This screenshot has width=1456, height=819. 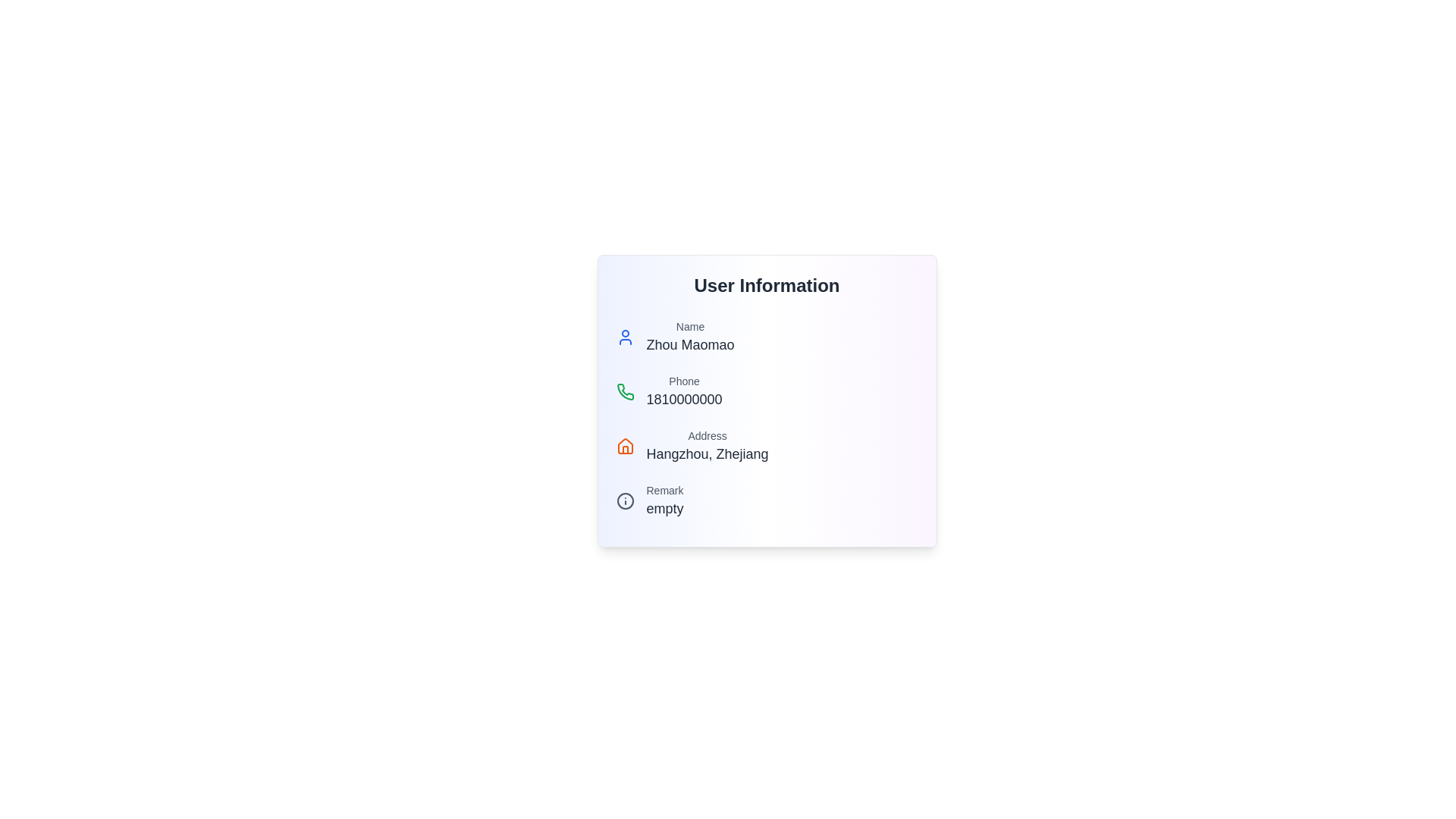 I want to click on the green, stylized phone icon that represents contact information, which is centrally aligned to the left of the phone number, so click(x=625, y=391).